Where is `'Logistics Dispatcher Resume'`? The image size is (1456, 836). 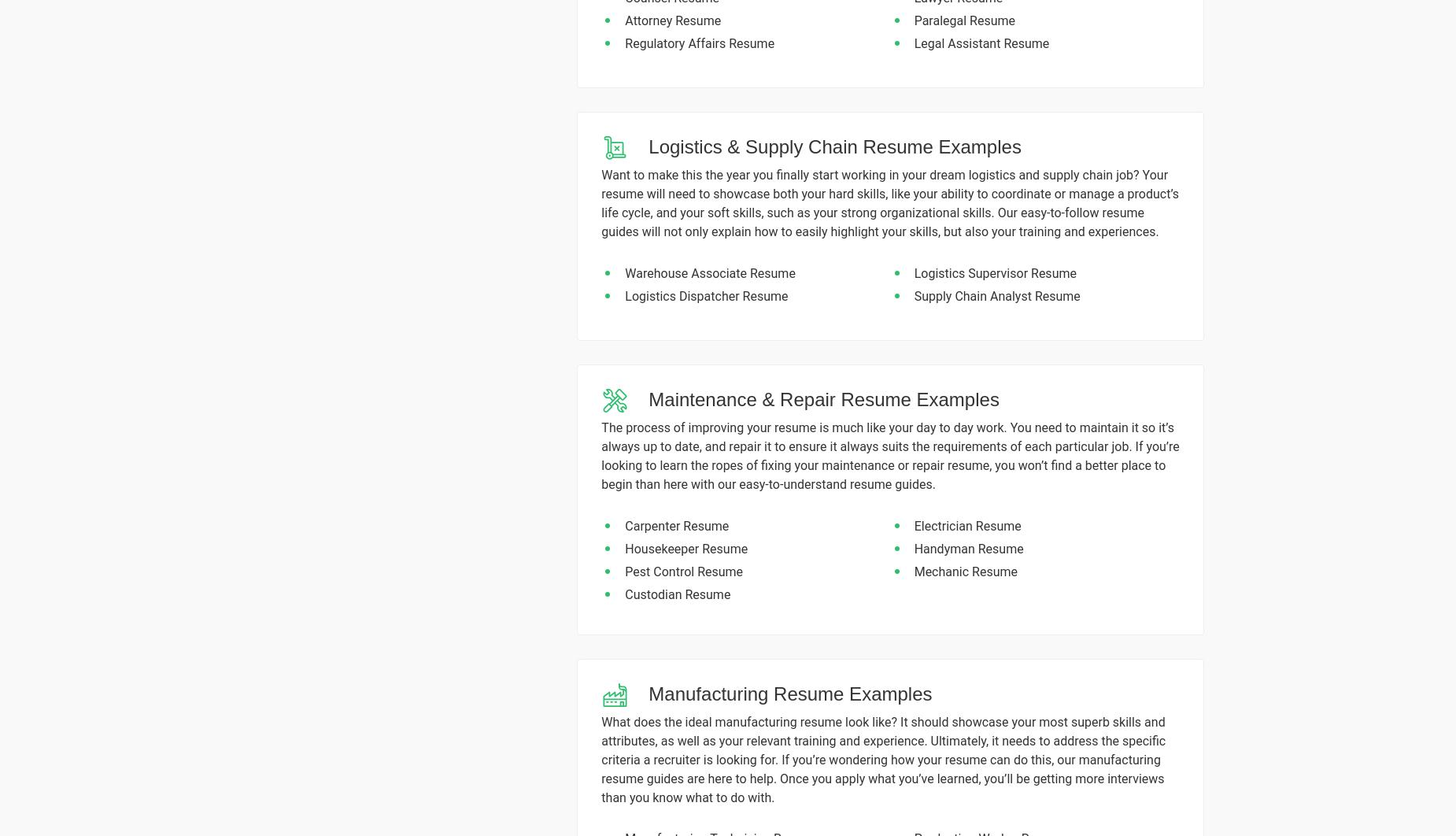 'Logistics Dispatcher Resume' is located at coordinates (706, 294).